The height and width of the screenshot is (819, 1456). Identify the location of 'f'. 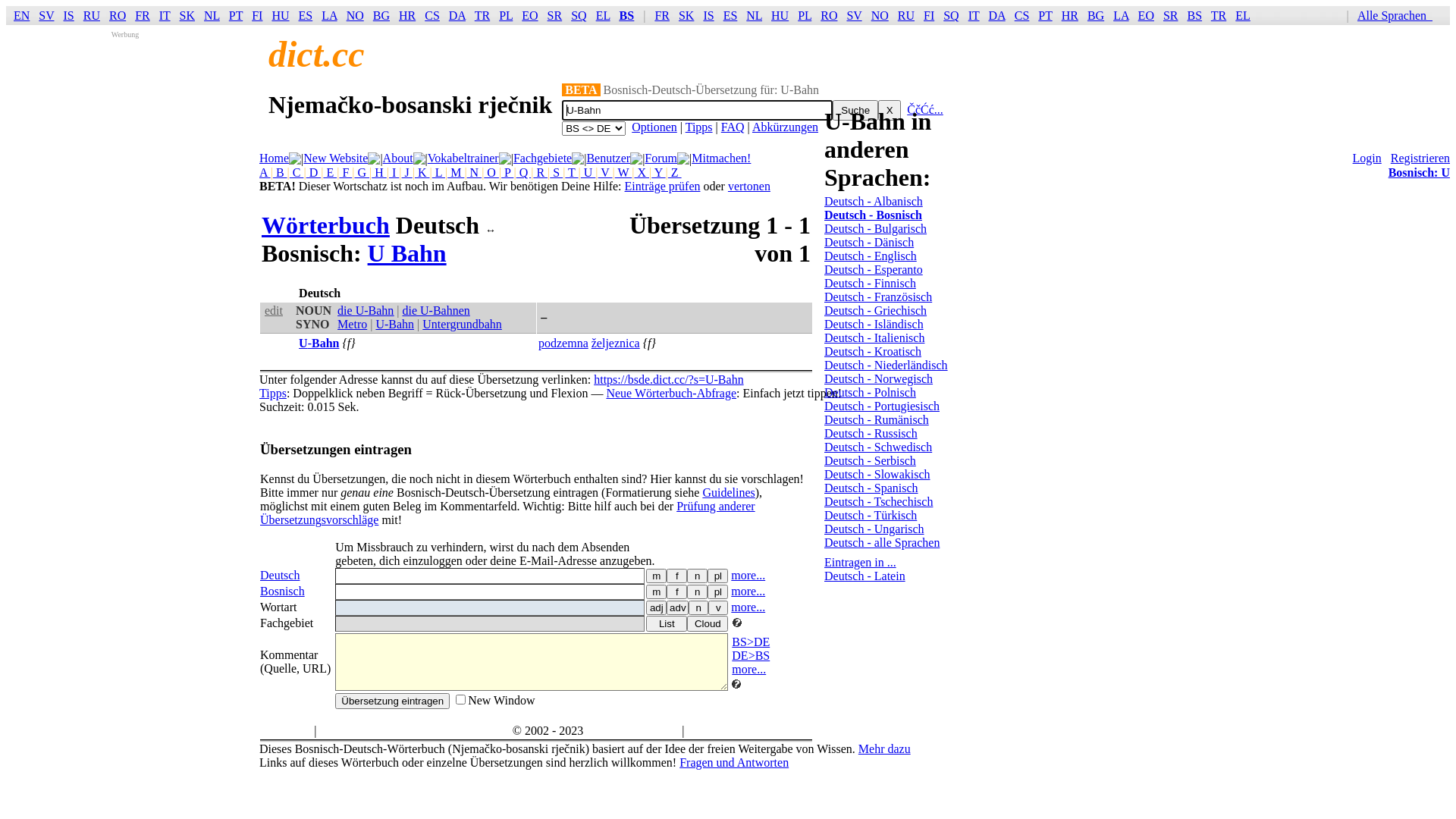
(676, 591).